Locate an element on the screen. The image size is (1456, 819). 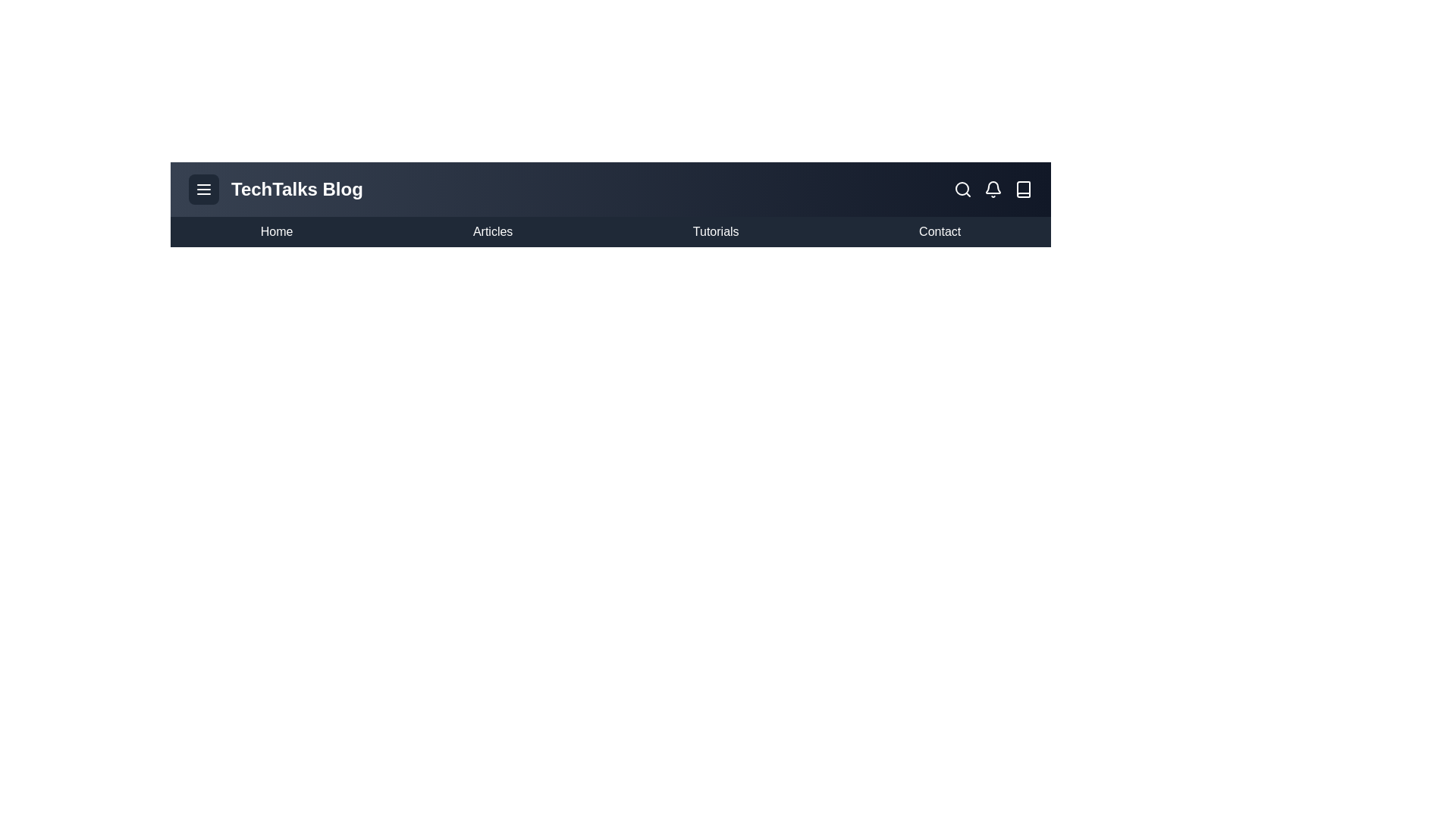
the notification icon to view notifications is located at coordinates (993, 189).